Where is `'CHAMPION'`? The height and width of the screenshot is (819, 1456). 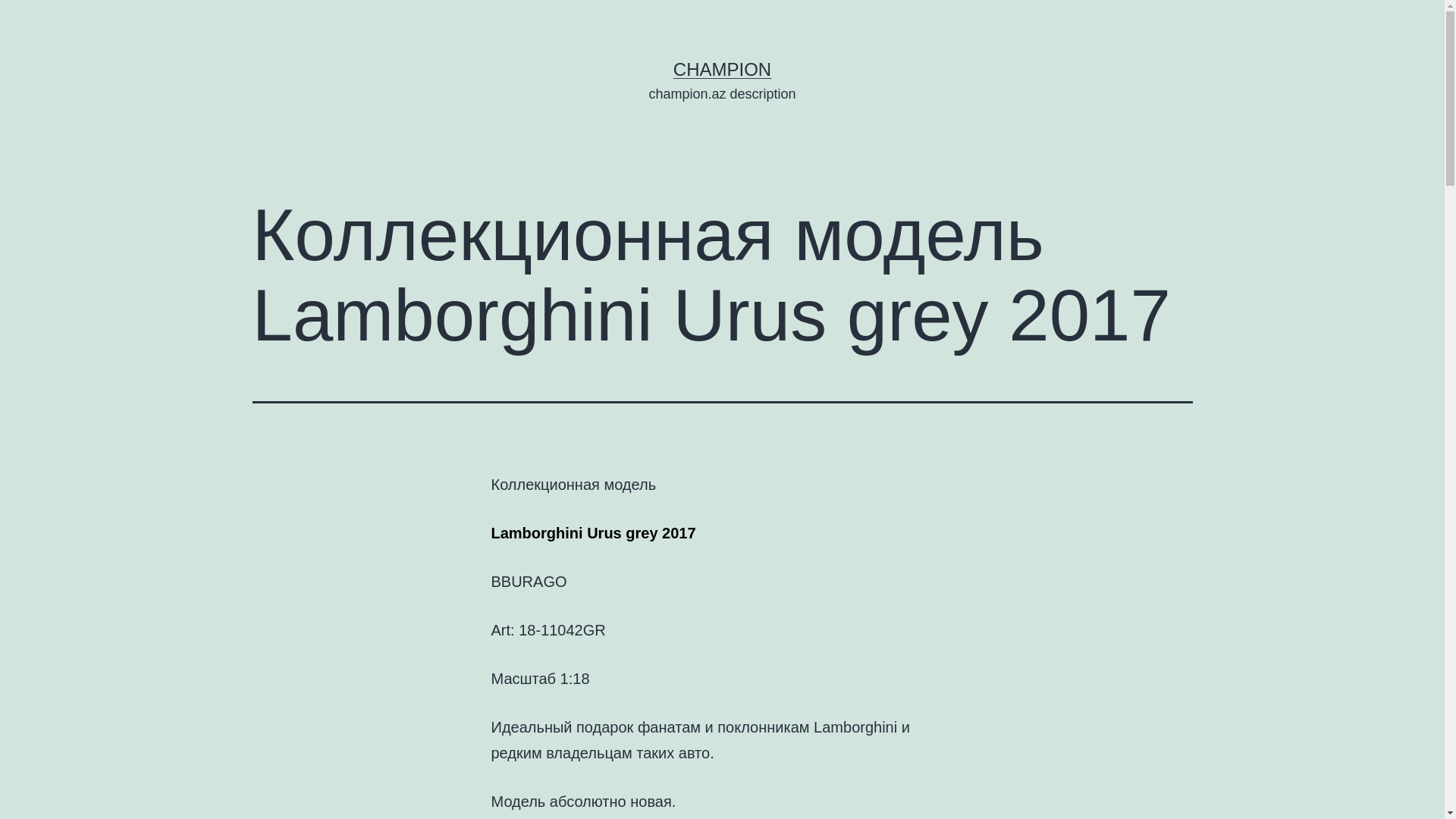
'CHAMPION' is located at coordinates (721, 69).